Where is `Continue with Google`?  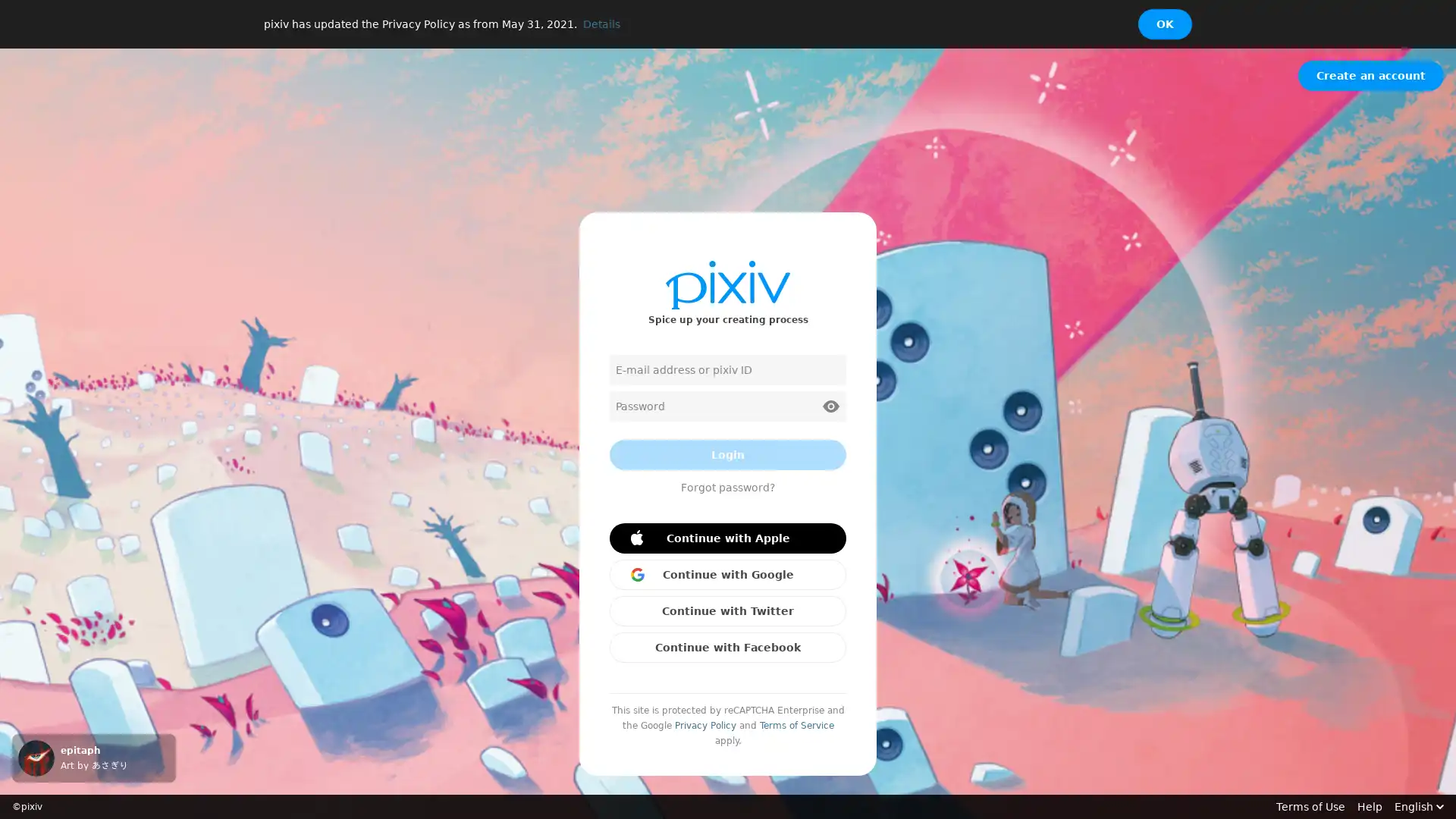 Continue with Google is located at coordinates (728, 575).